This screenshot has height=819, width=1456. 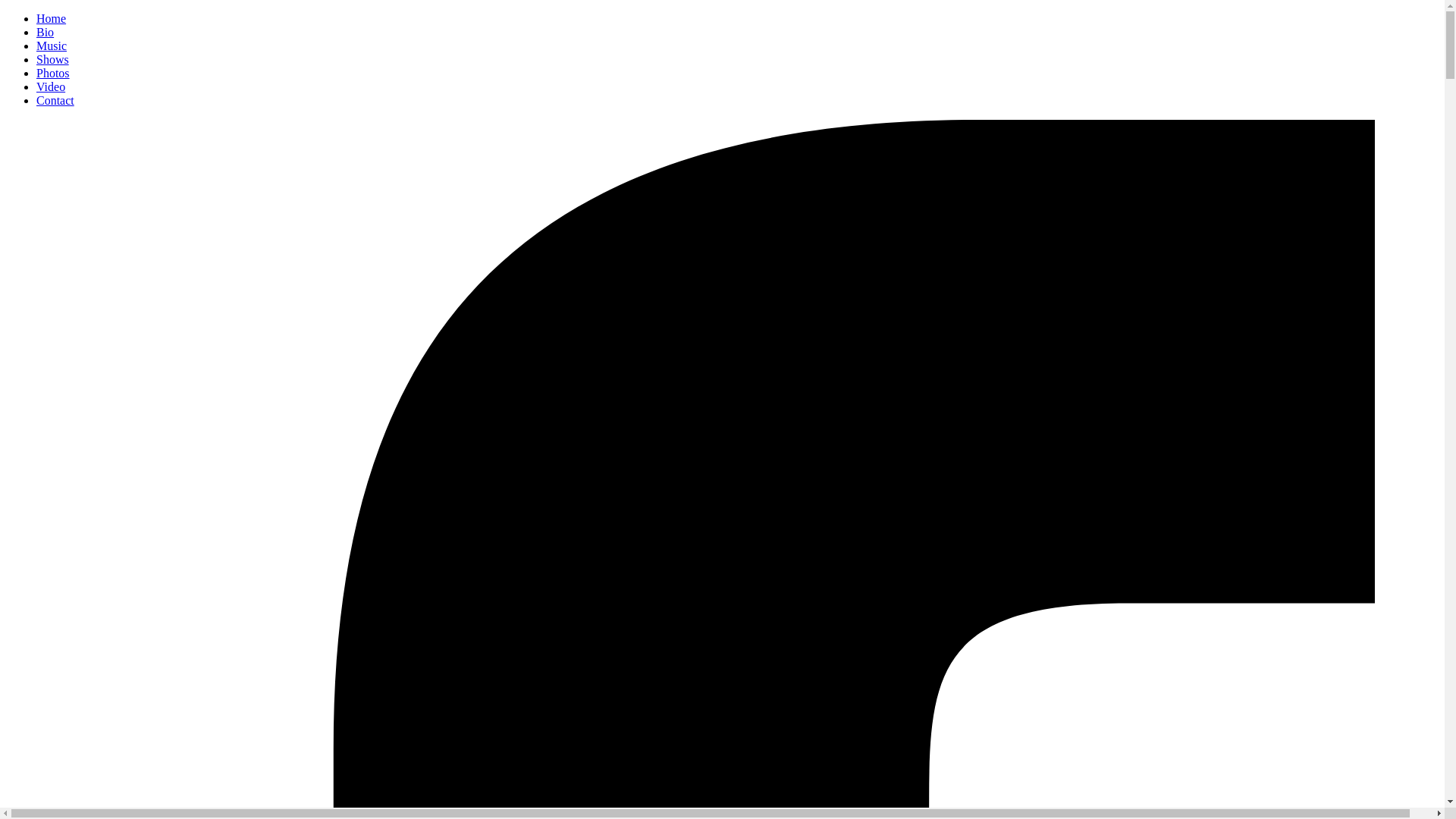 I want to click on 'Photos', so click(x=53, y=73).